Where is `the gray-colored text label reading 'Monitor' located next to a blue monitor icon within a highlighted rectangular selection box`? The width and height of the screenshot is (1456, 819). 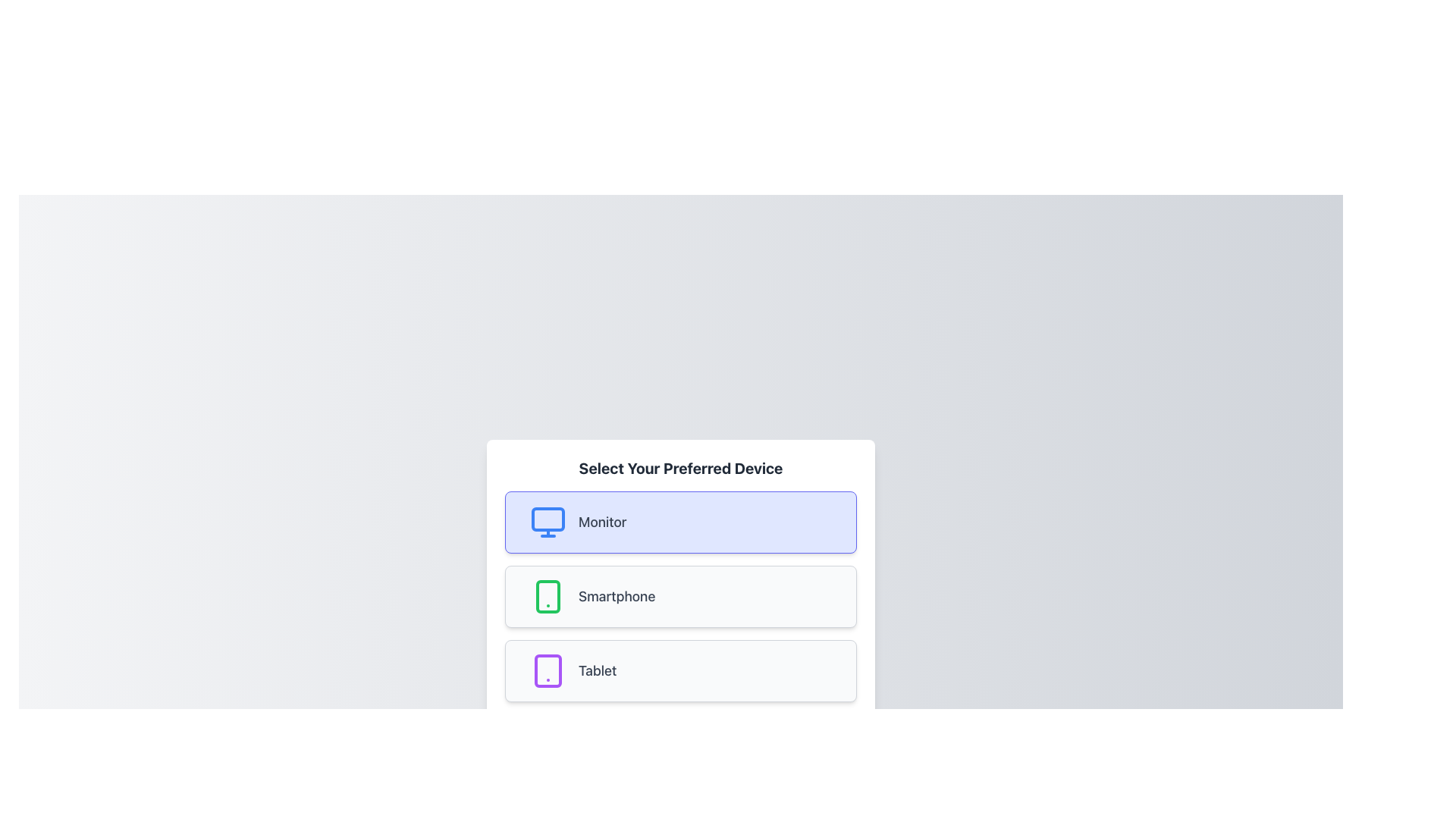
the gray-colored text label reading 'Monitor' located next to a blue monitor icon within a highlighted rectangular selection box is located at coordinates (601, 522).